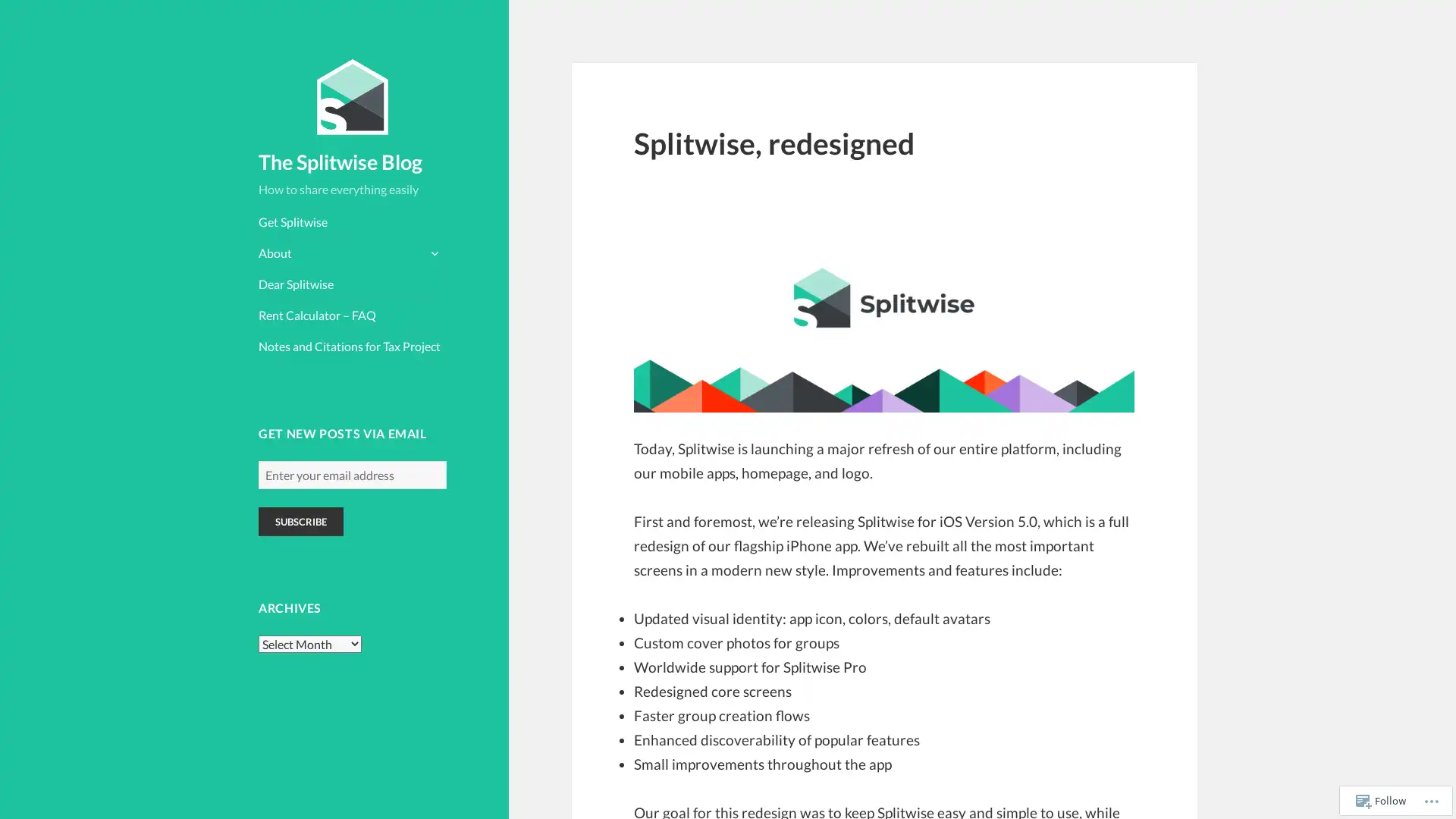  What do you see at coordinates (301, 520) in the screenshot?
I see `SUBSCRIBE` at bounding box center [301, 520].